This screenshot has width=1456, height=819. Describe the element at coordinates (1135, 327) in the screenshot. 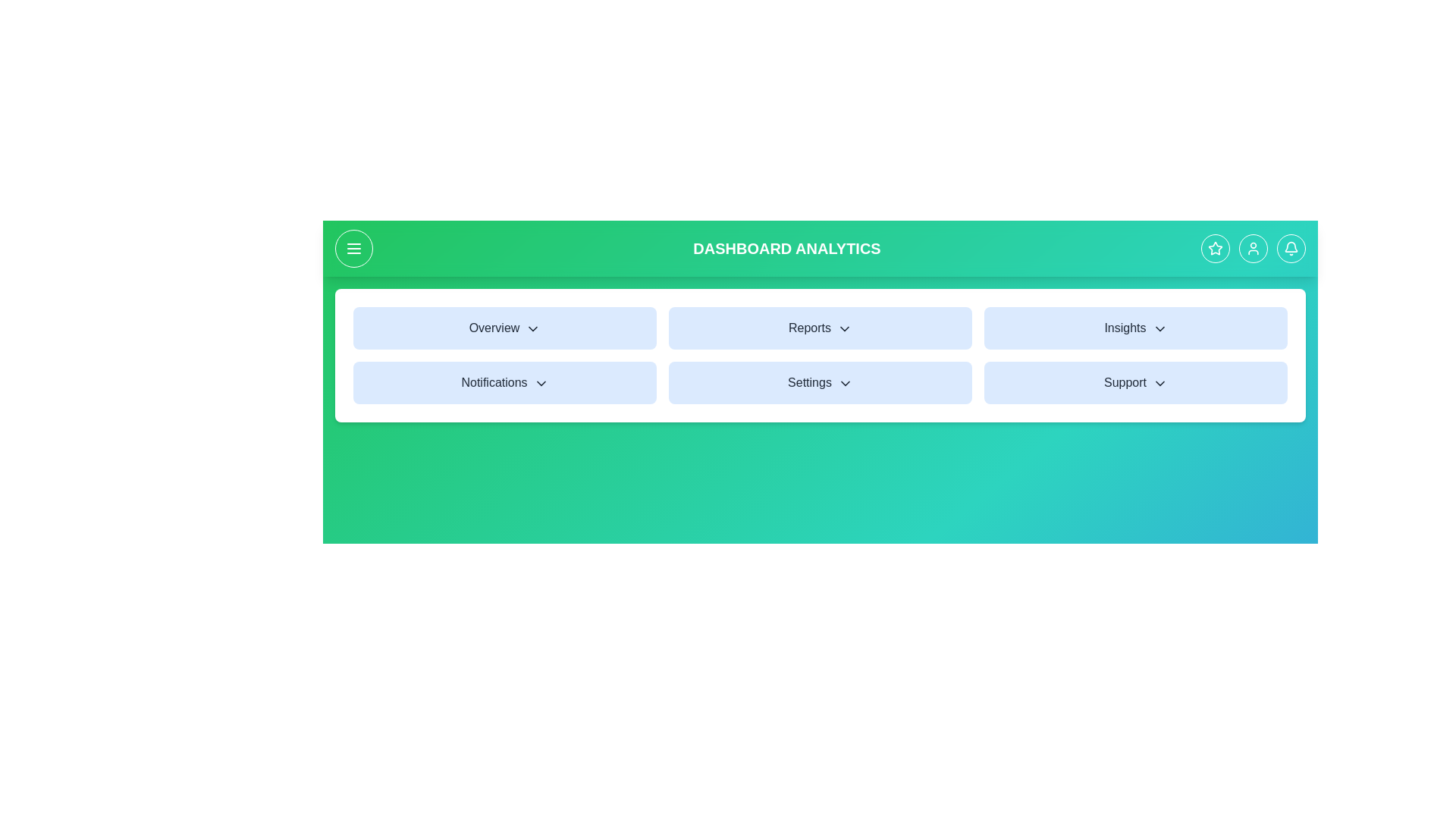

I see `the Insights menu item to open its dropdown` at that location.